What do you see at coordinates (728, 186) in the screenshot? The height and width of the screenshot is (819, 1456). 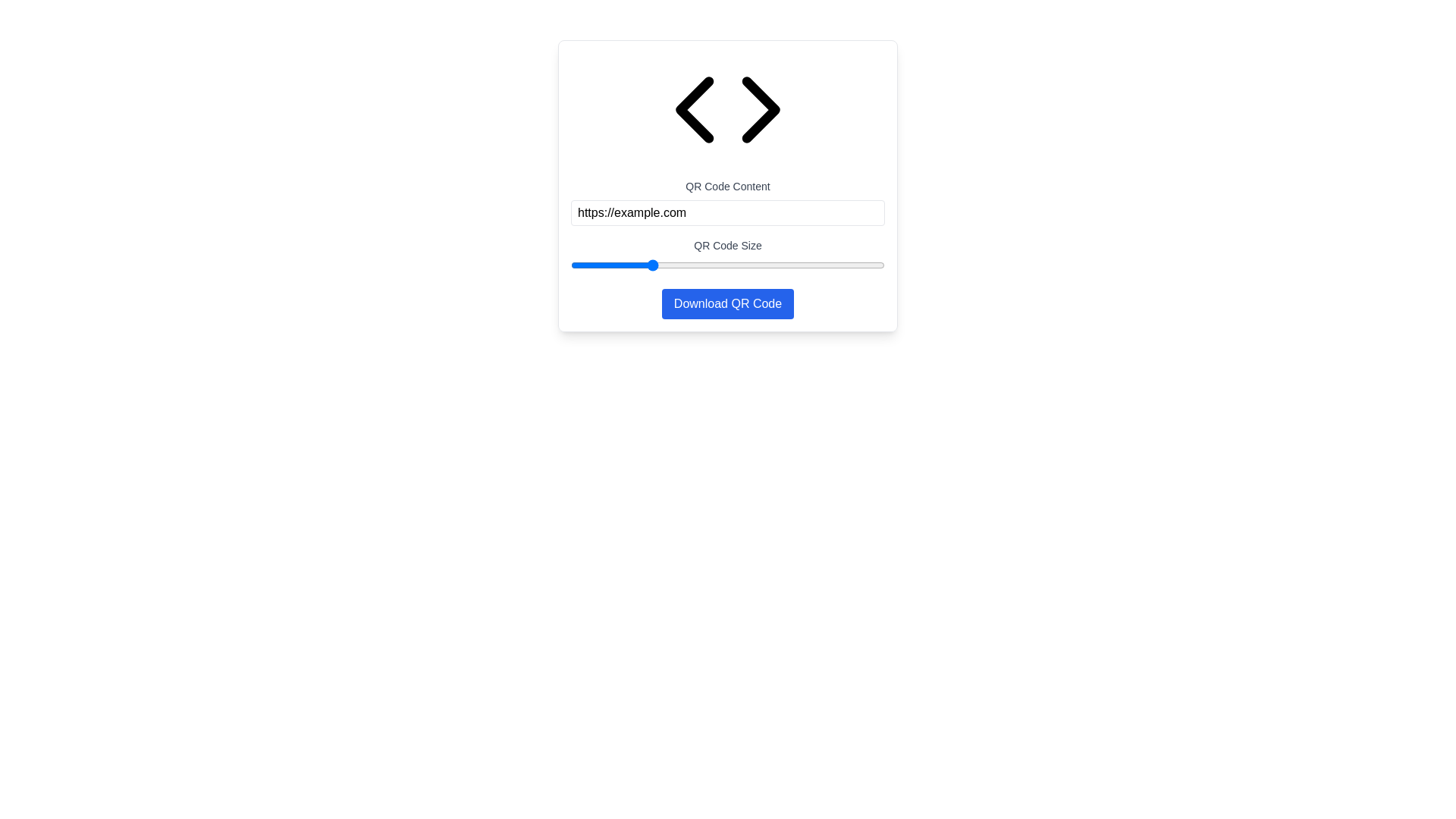 I see `the static text label displaying 'QR Code Content', which is styled in gray and positioned above the input field` at bounding box center [728, 186].